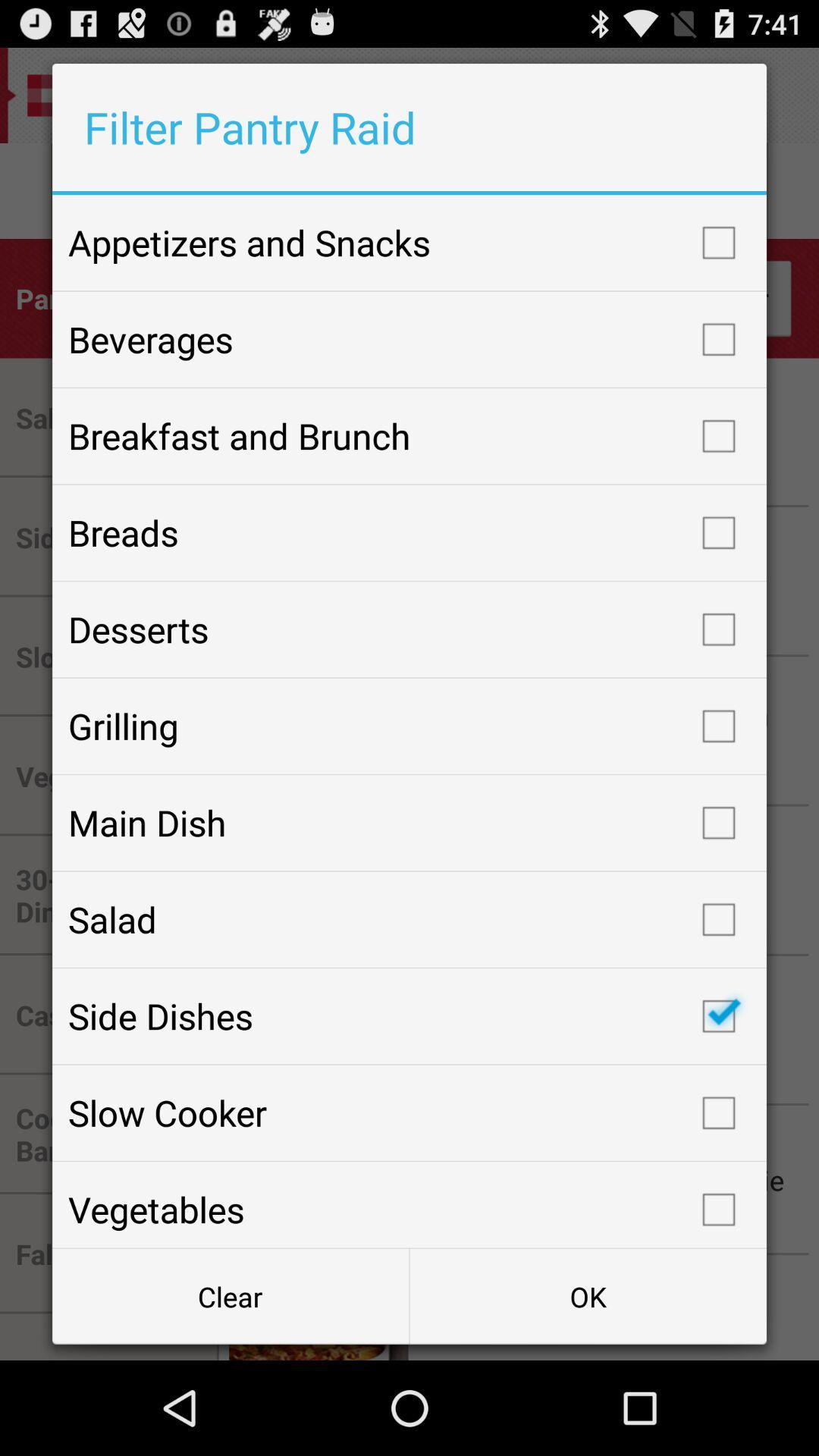  What do you see at coordinates (409, 338) in the screenshot?
I see `icon above breakfast and brunch checkbox` at bounding box center [409, 338].